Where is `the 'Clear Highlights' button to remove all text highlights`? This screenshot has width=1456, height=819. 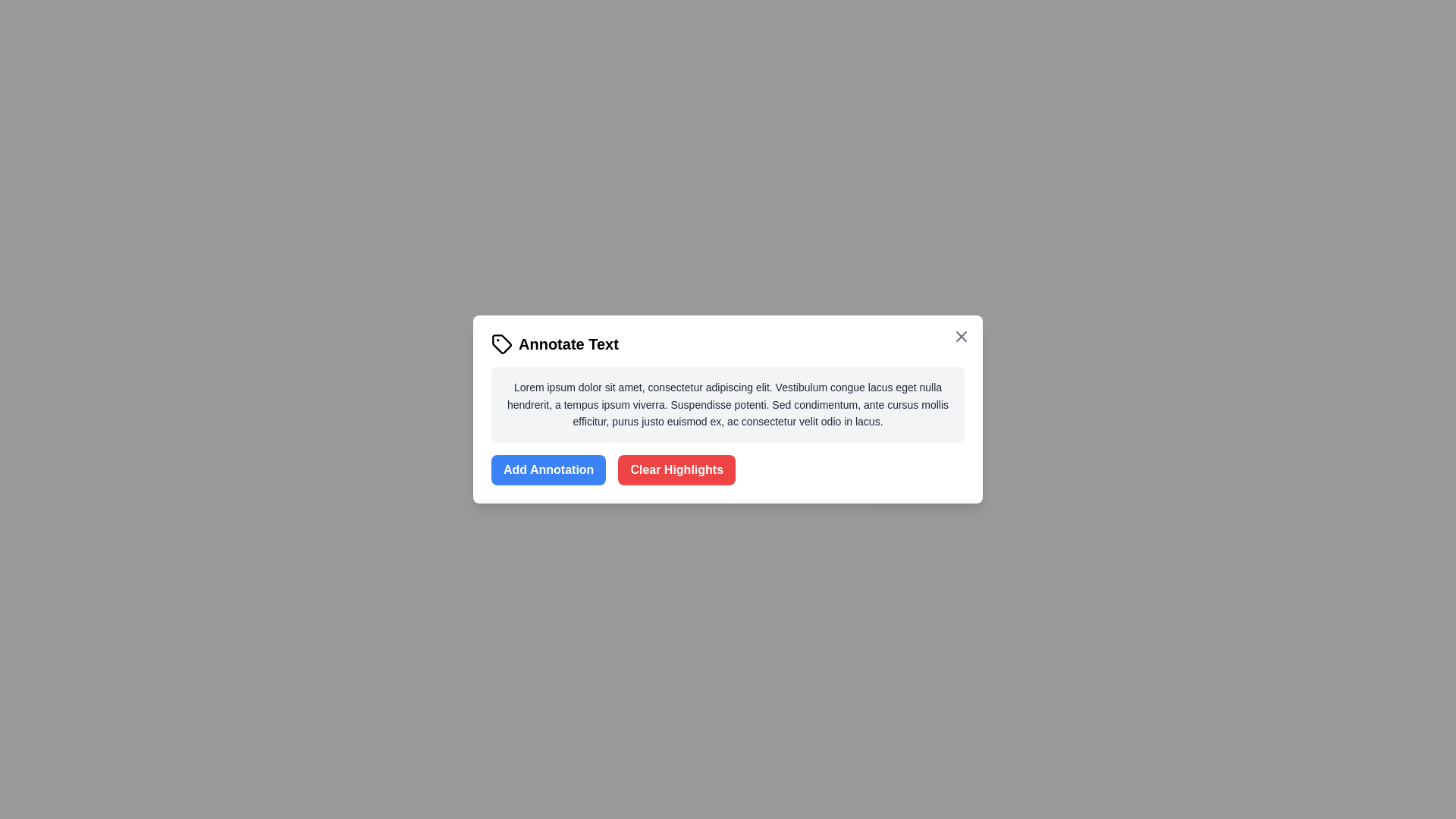
the 'Clear Highlights' button to remove all text highlights is located at coordinates (676, 469).